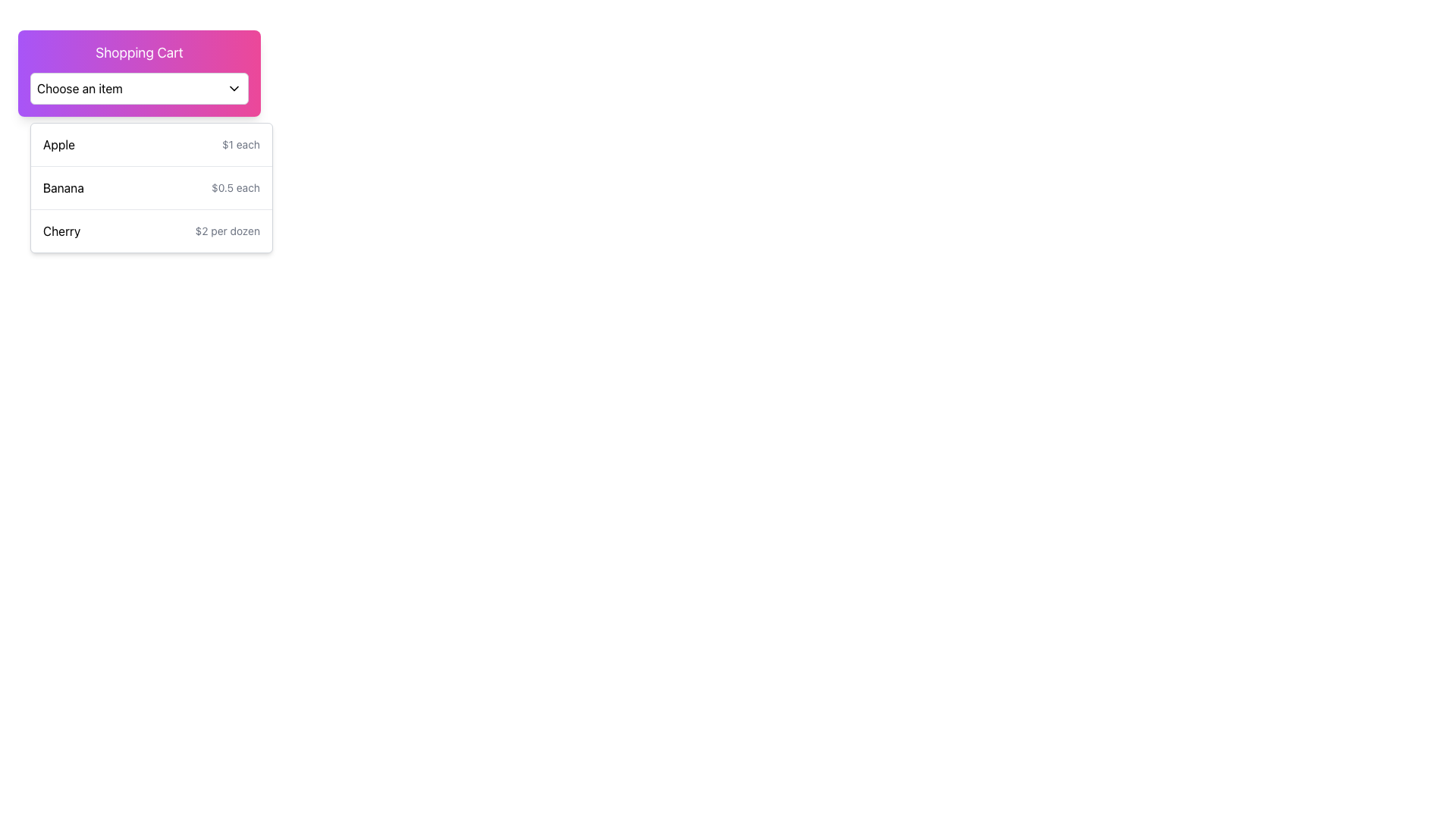 This screenshot has width=1456, height=819. I want to click on the shopping list item labeled 'Banana' which displays its price of '$0.5 each', so click(152, 187).